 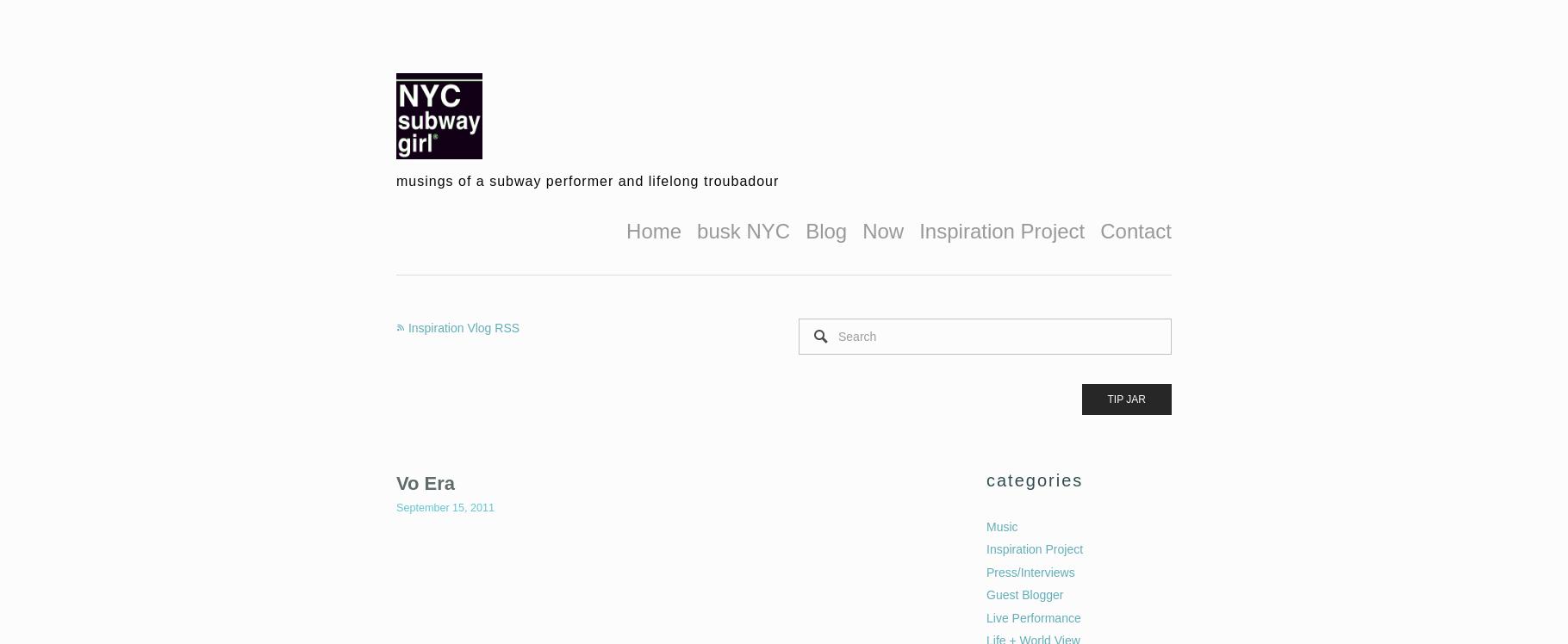 What do you see at coordinates (986, 571) in the screenshot?
I see `'Press/Interviews'` at bounding box center [986, 571].